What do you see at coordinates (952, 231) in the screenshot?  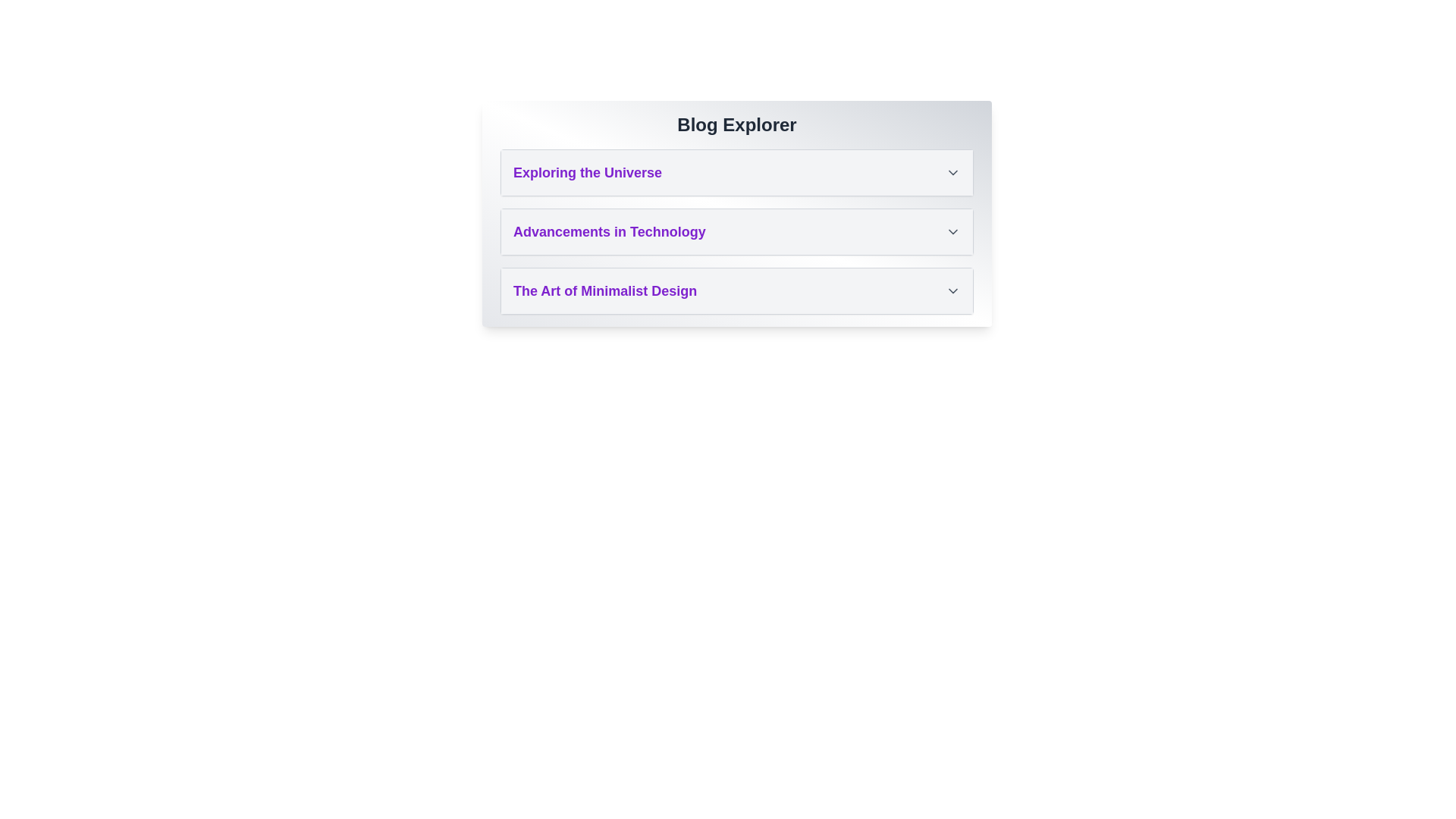 I see `the downward-pointing chevron icon styled in light gray, located on the right side of the 'Advancements in Technology' section in the 'Blog Explorer' menu` at bounding box center [952, 231].